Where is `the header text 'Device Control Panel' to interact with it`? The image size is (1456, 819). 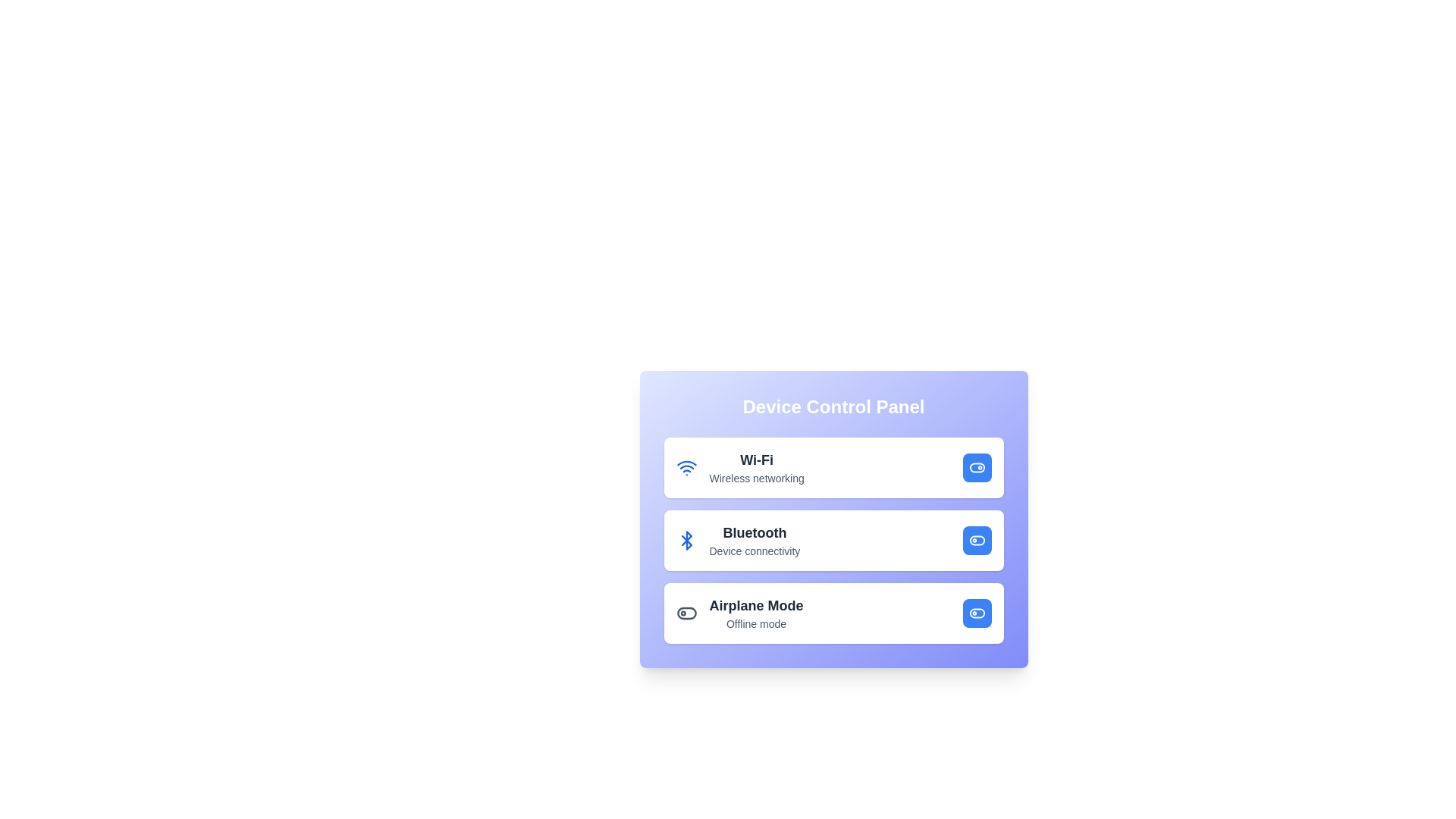 the header text 'Device Control Panel' to interact with it is located at coordinates (833, 406).